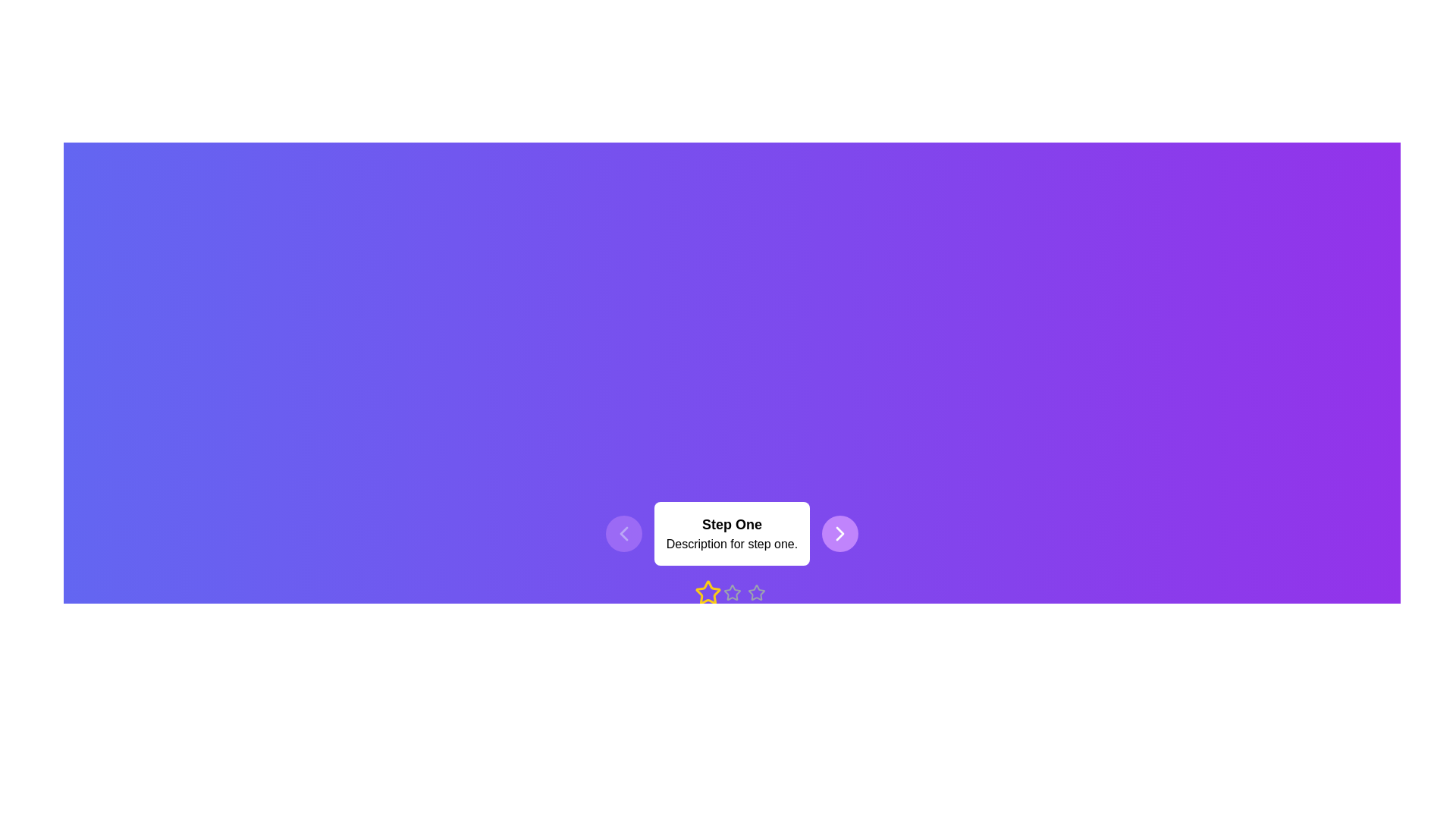  Describe the element at coordinates (732, 592) in the screenshot. I see `the current step to 2 by clicking the corresponding star` at that location.